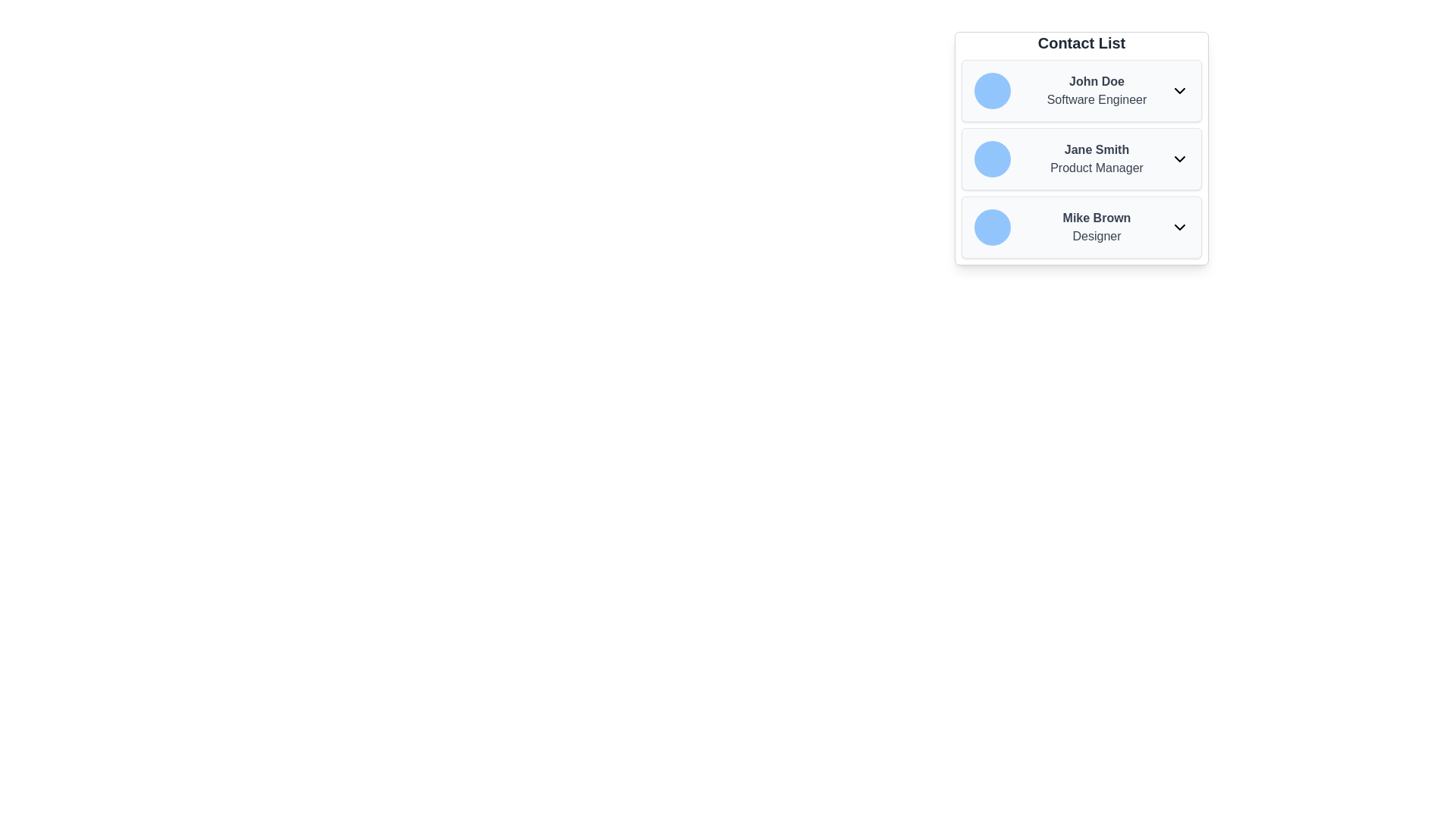  Describe the element at coordinates (1178, 158) in the screenshot. I see `the downward-pointing chevron icon associated with 'Jane Smith Product Manager' through keyboard navigation` at that location.